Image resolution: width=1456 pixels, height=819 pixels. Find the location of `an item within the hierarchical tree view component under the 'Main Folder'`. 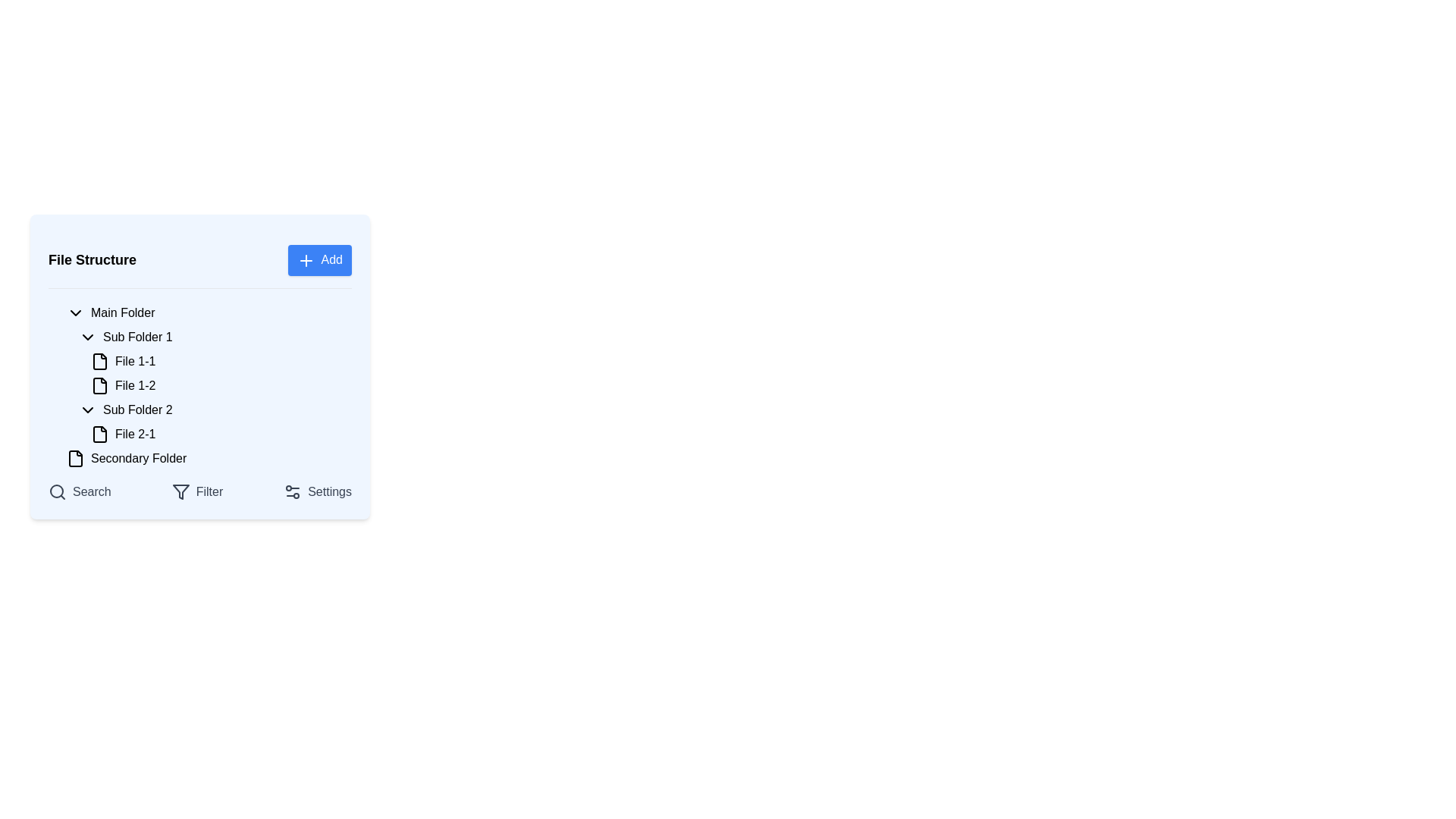

an item within the hierarchical tree view component under the 'Main Folder' is located at coordinates (206, 384).